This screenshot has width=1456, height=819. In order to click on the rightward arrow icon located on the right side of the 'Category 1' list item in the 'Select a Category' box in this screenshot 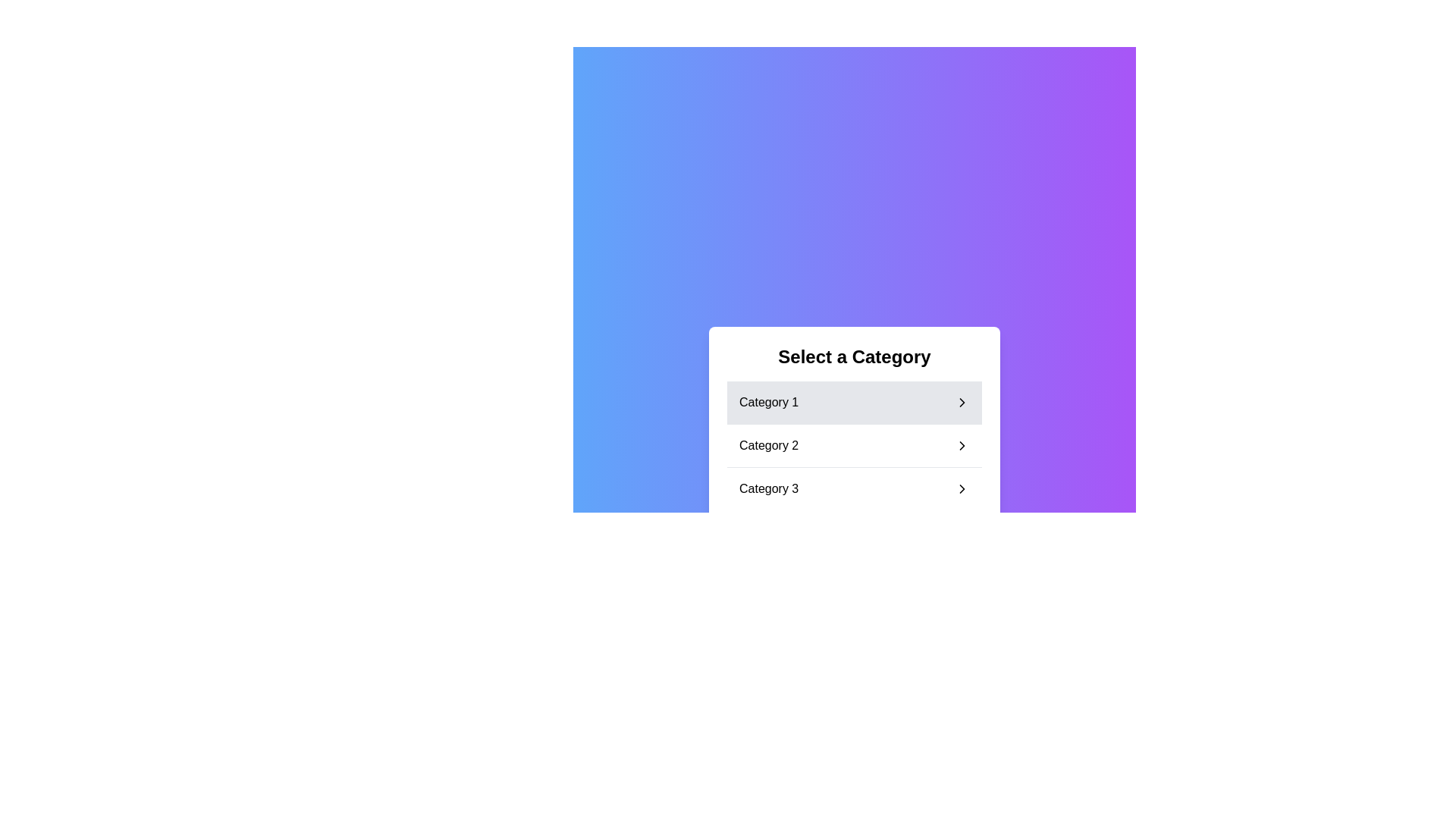, I will do `click(961, 402)`.